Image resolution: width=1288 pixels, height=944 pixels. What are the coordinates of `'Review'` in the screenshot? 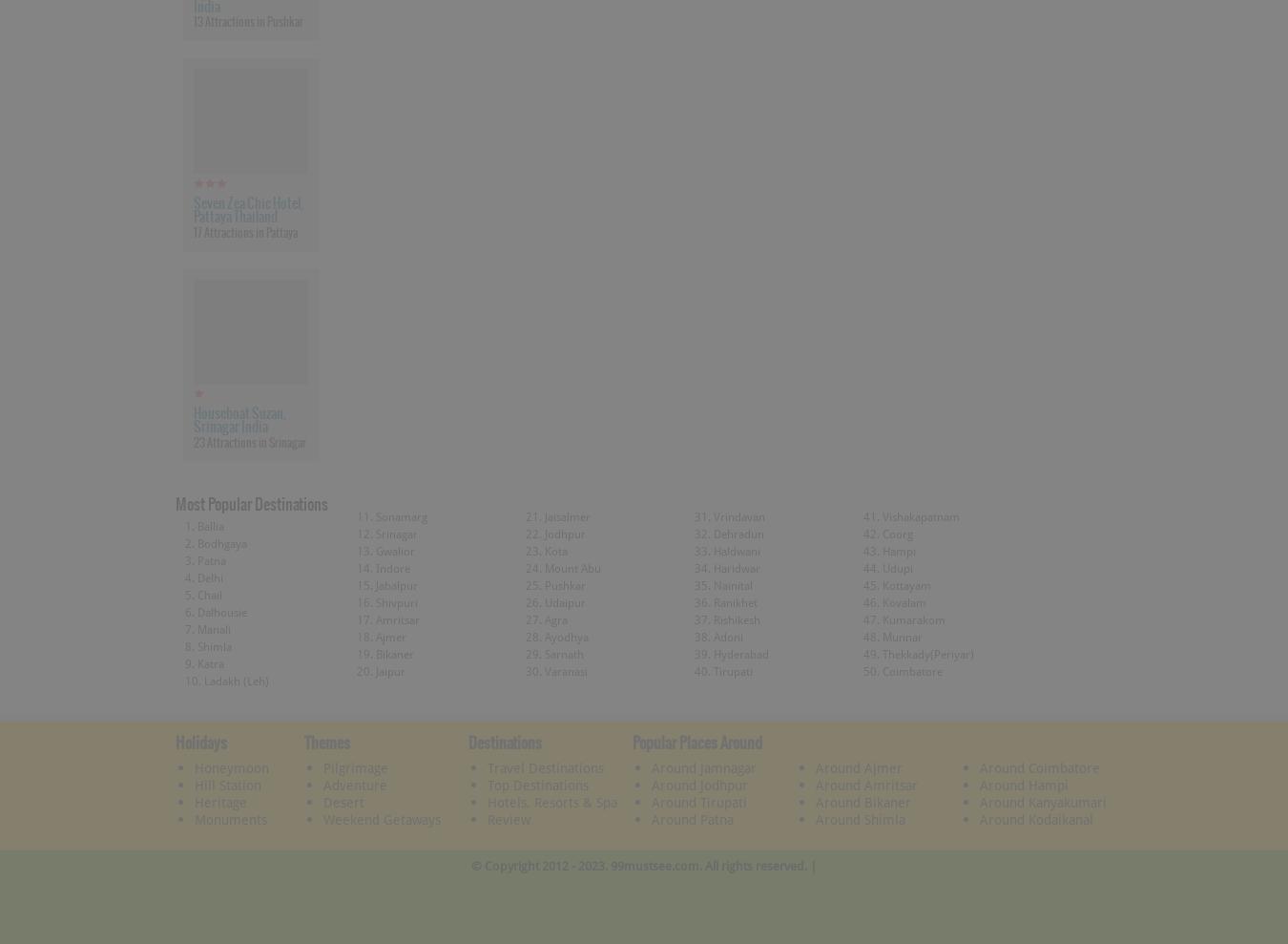 It's located at (507, 818).